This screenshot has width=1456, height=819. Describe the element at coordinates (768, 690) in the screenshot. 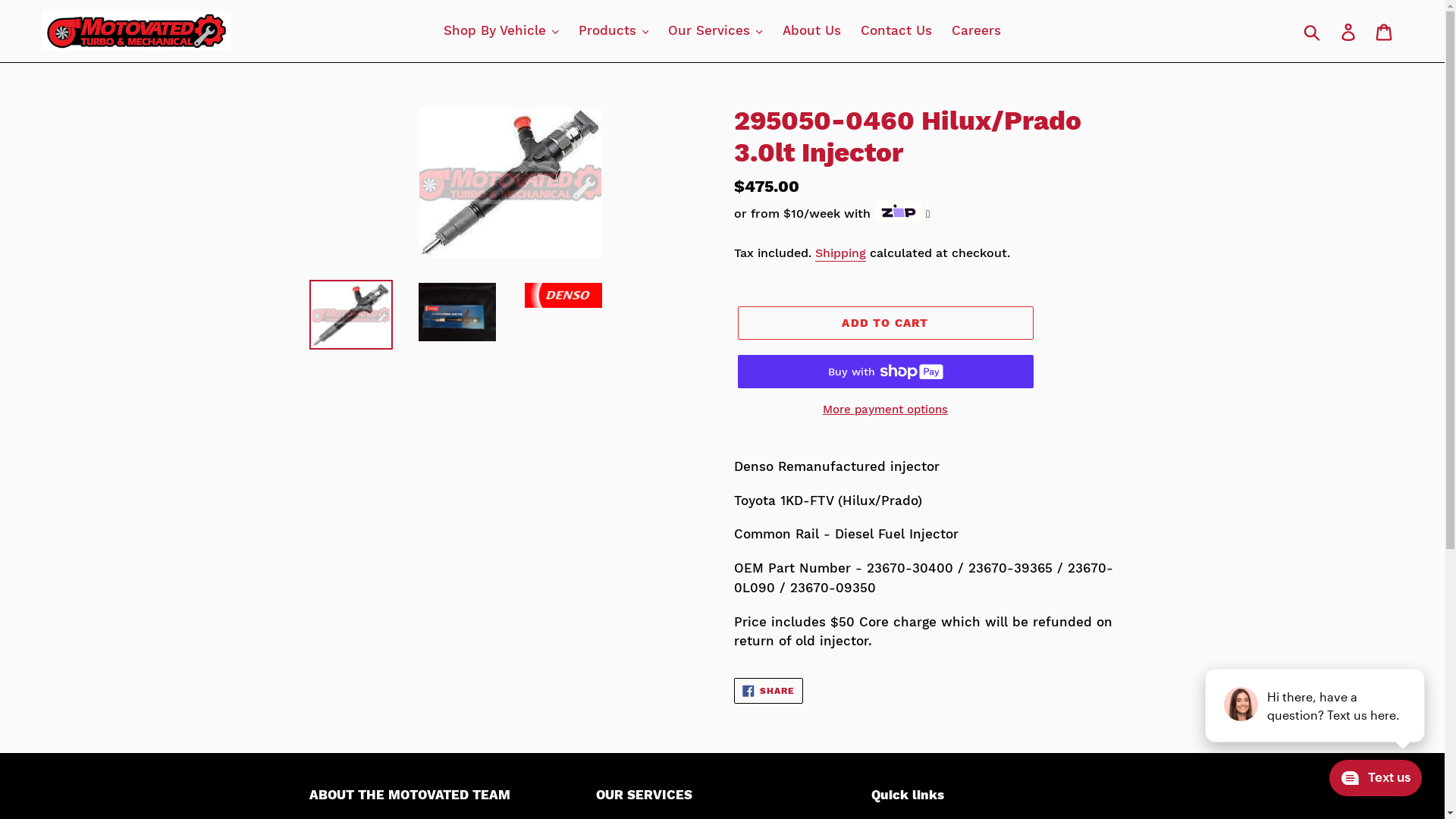

I see `'SHARE` at that location.